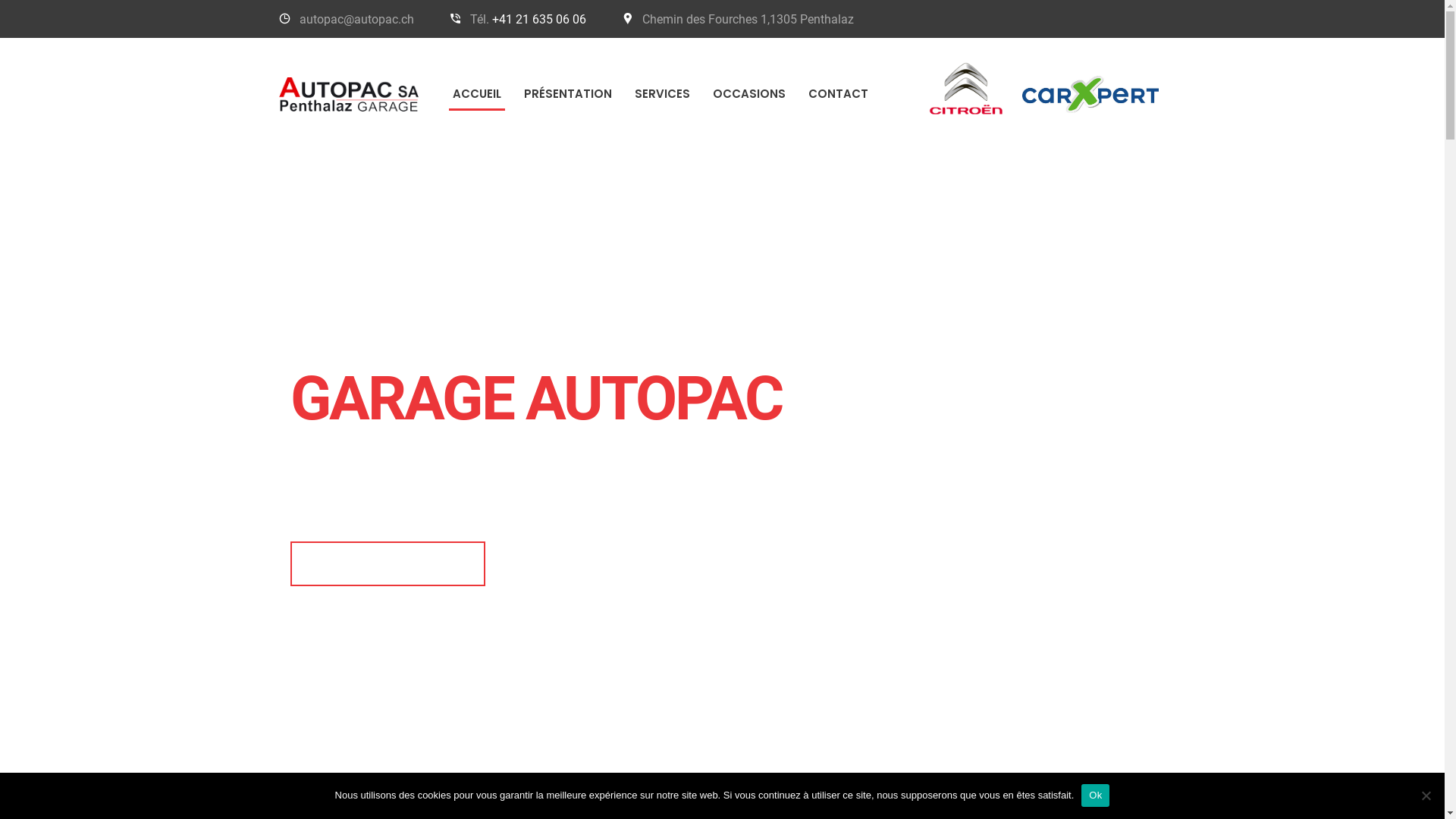 The height and width of the screenshot is (819, 1456). What do you see at coordinates (836, 93) in the screenshot?
I see `'CONTACT'` at bounding box center [836, 93].